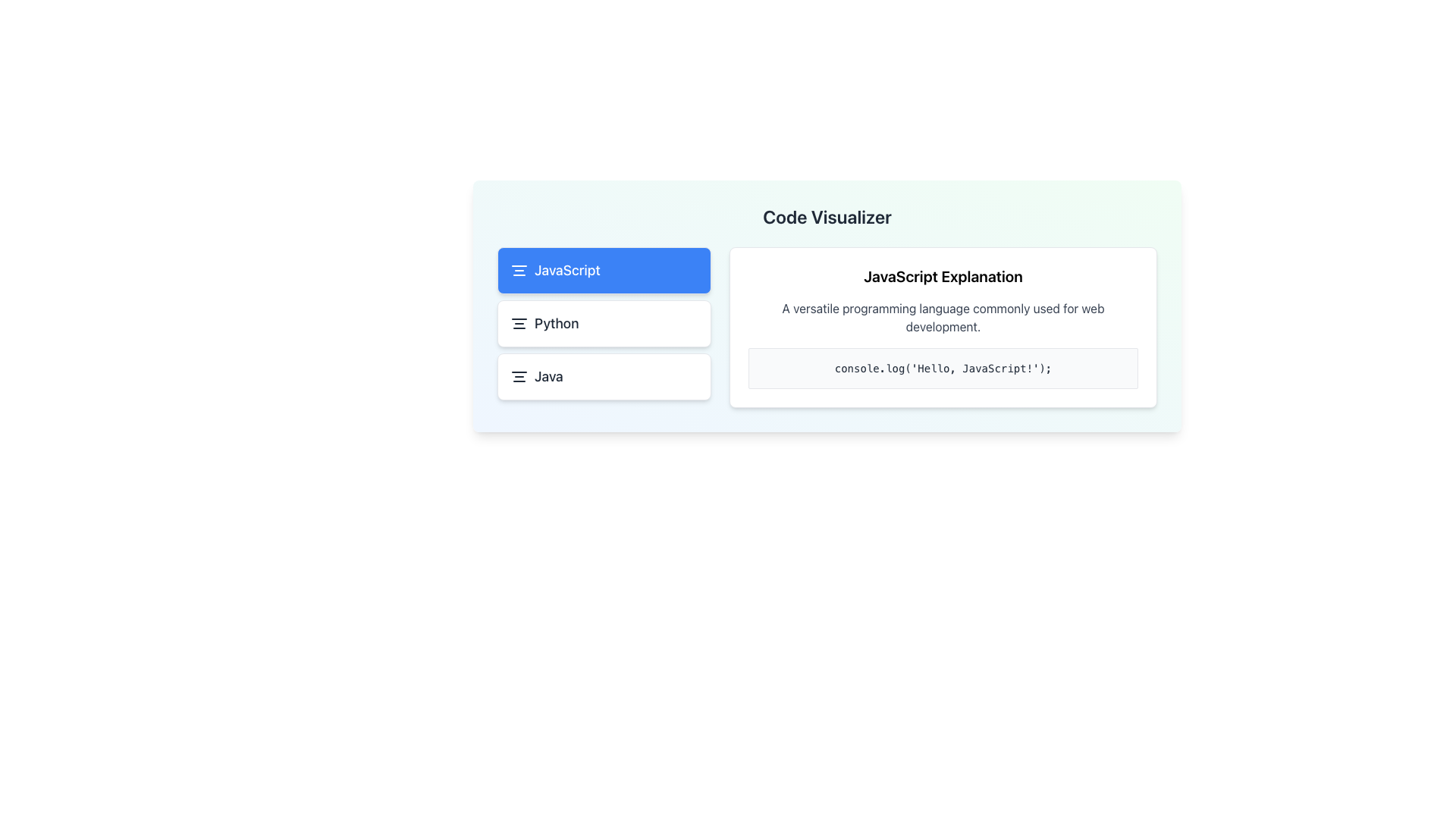 The width and height of the screenshot is (1456, 819). I want to click on the third selectable list item labeled 'Java', so click(603, 376).